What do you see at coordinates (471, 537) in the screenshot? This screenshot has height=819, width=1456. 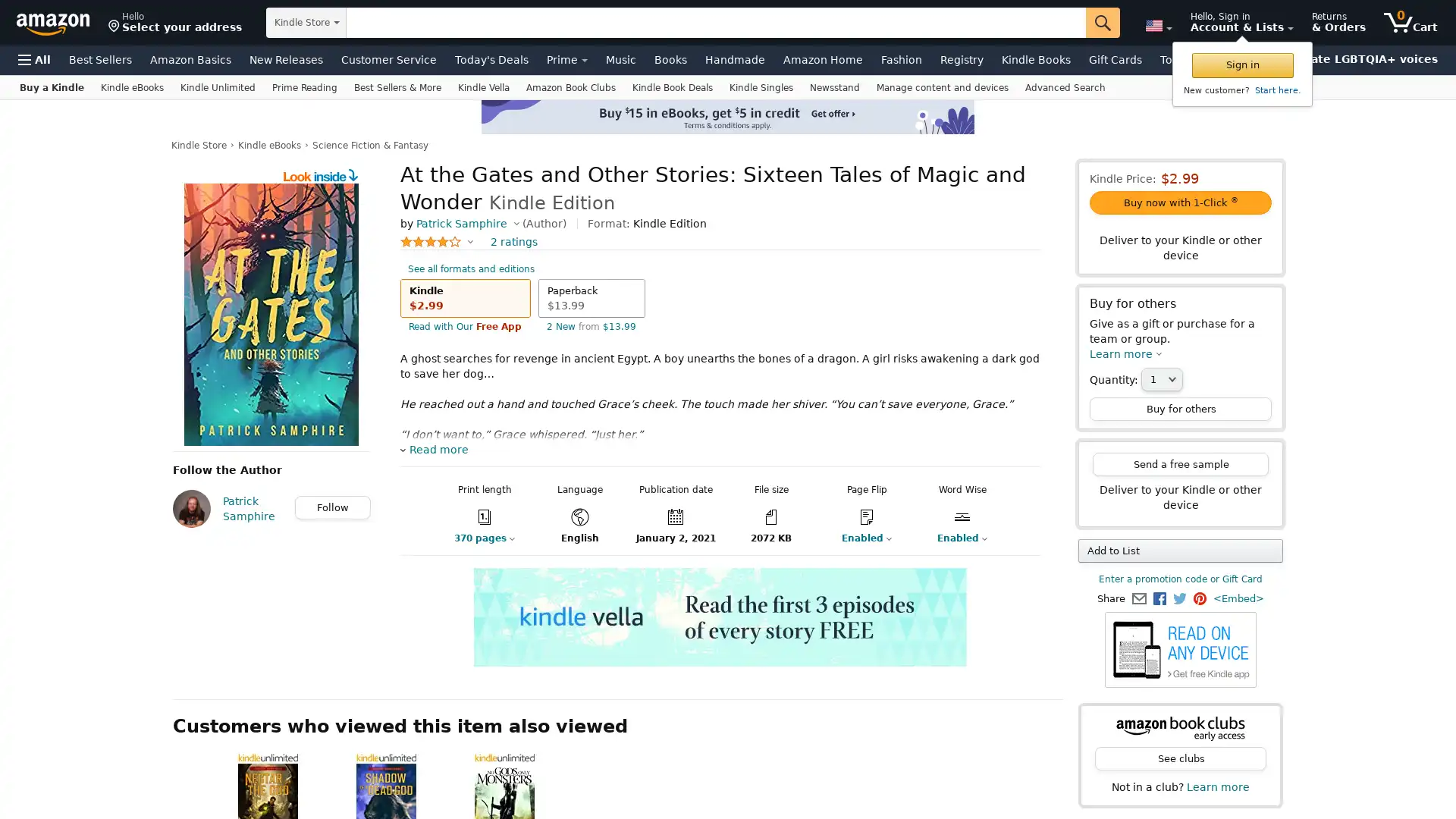 I see `370 pages` at bounding box center [471, 537].